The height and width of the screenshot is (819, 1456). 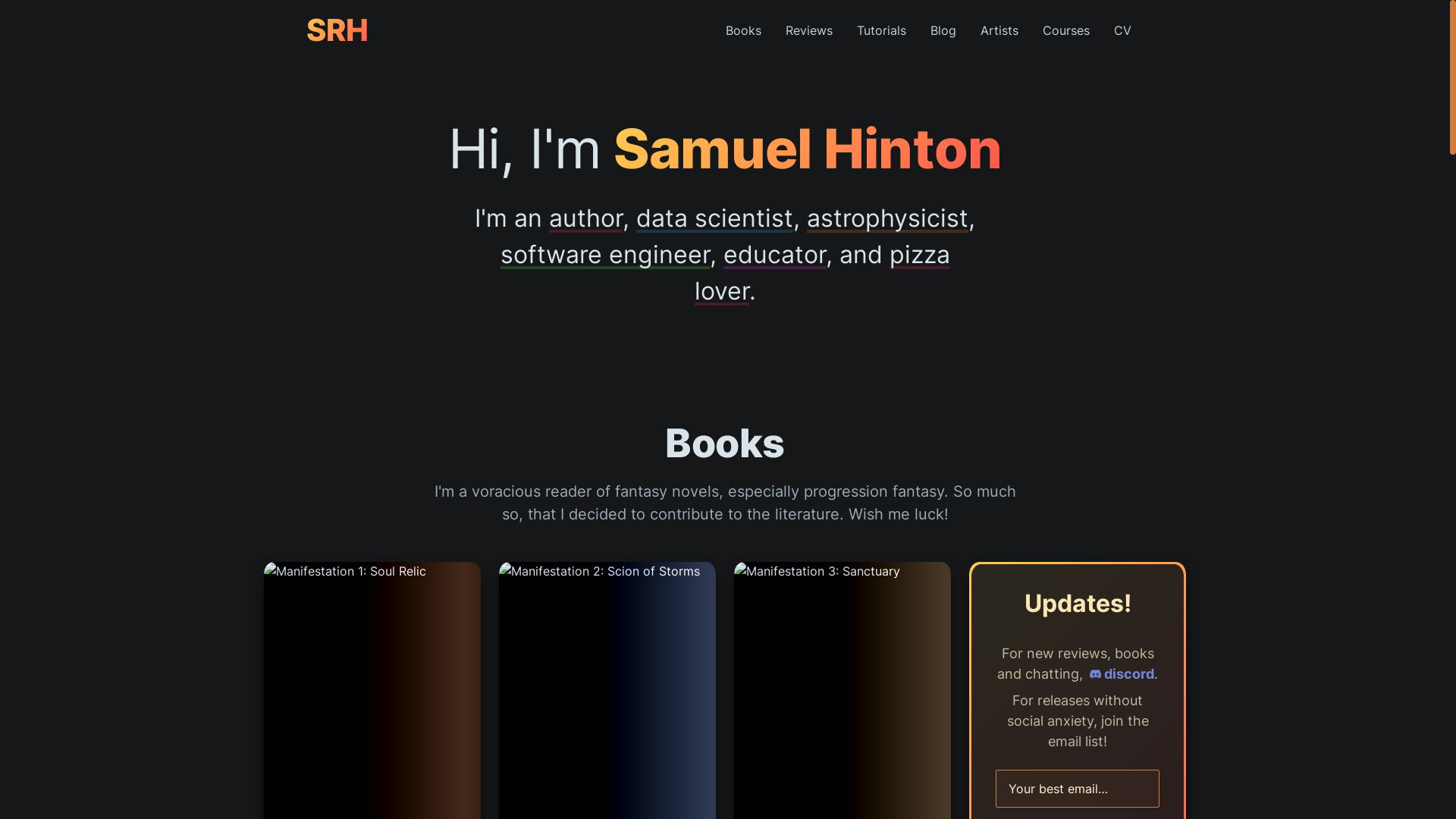 I want to click on 'SRH', so click(x=305, y=30).